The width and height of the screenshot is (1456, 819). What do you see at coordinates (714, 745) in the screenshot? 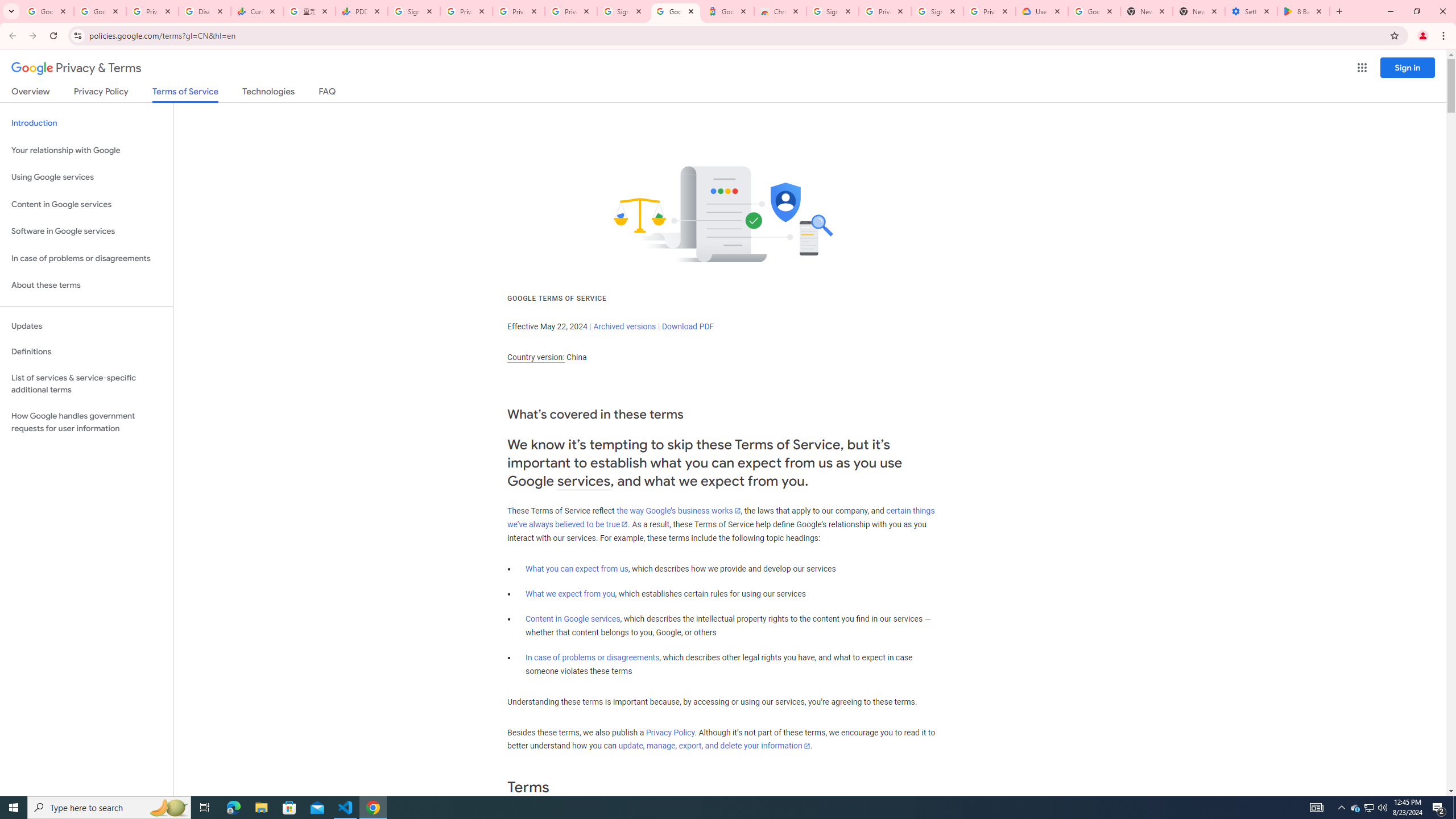
I see `'update, manage, export, and delete your information'` at bounding box center [714, 745].